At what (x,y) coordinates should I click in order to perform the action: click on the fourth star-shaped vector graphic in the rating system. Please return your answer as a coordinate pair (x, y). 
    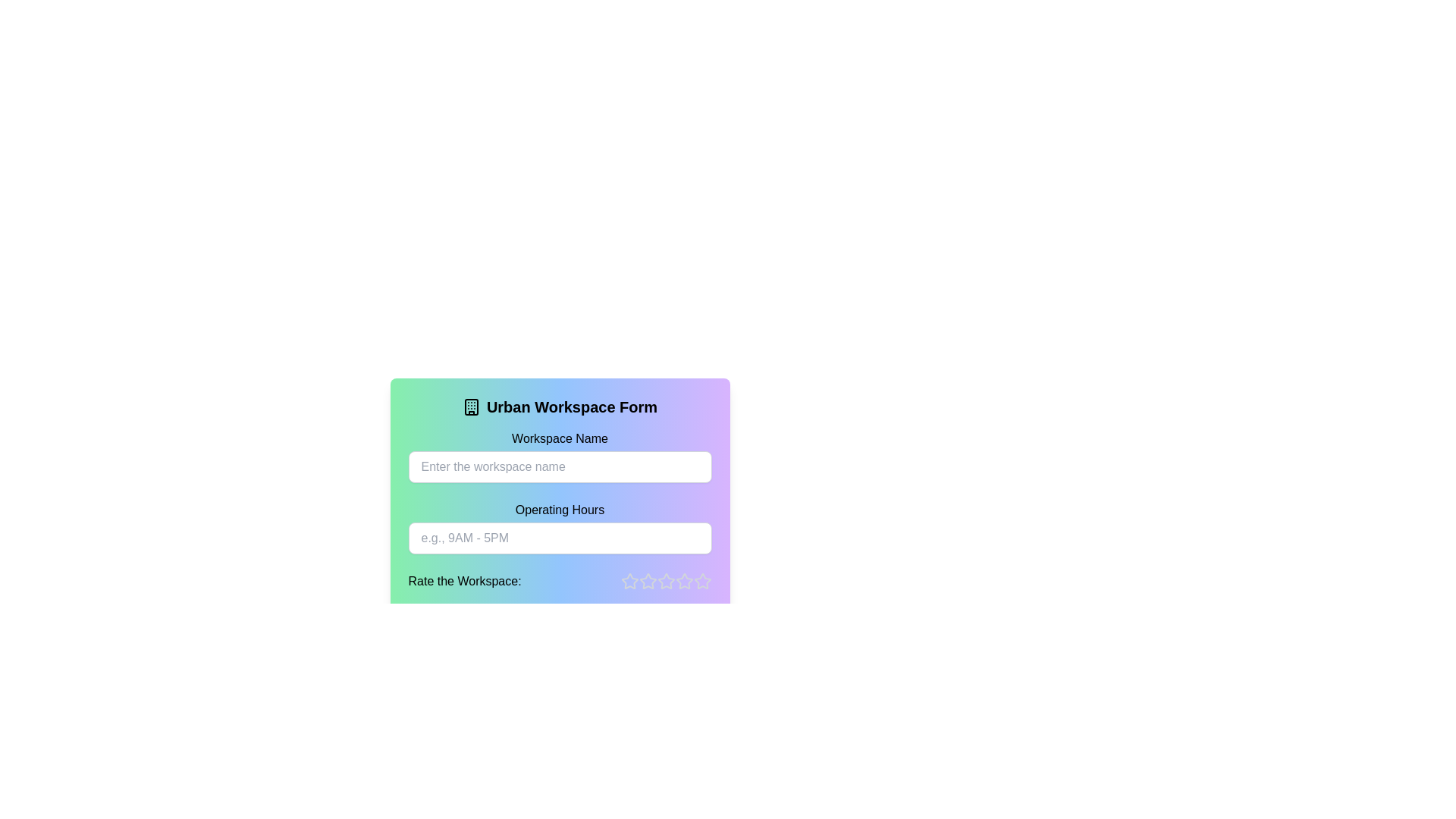
    Looking at the image, I should click on (683, 580).